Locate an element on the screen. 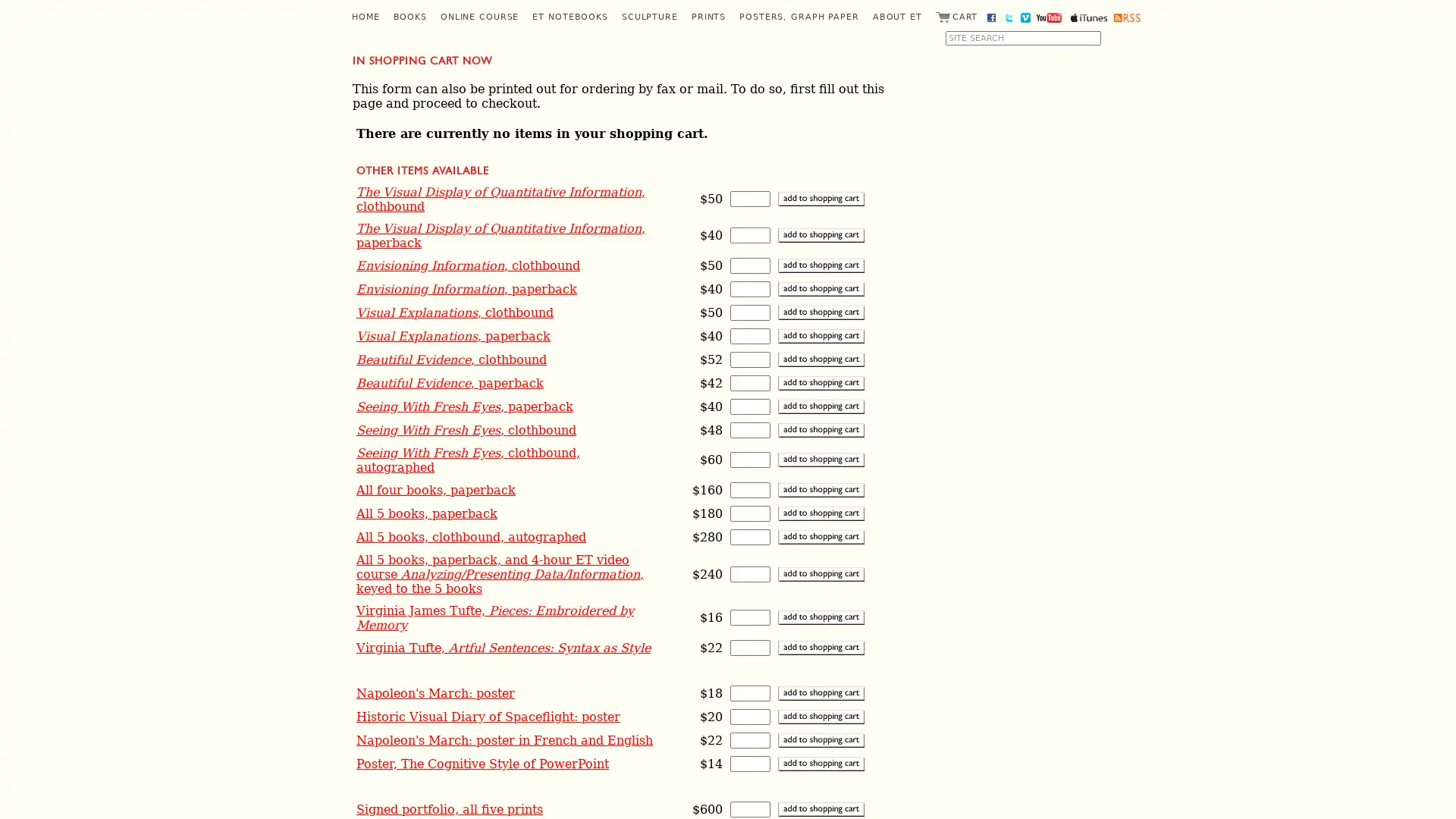 The height and width of the screenshot is (819, 1456). add to shopping cart is located at coordinates (821, 311).